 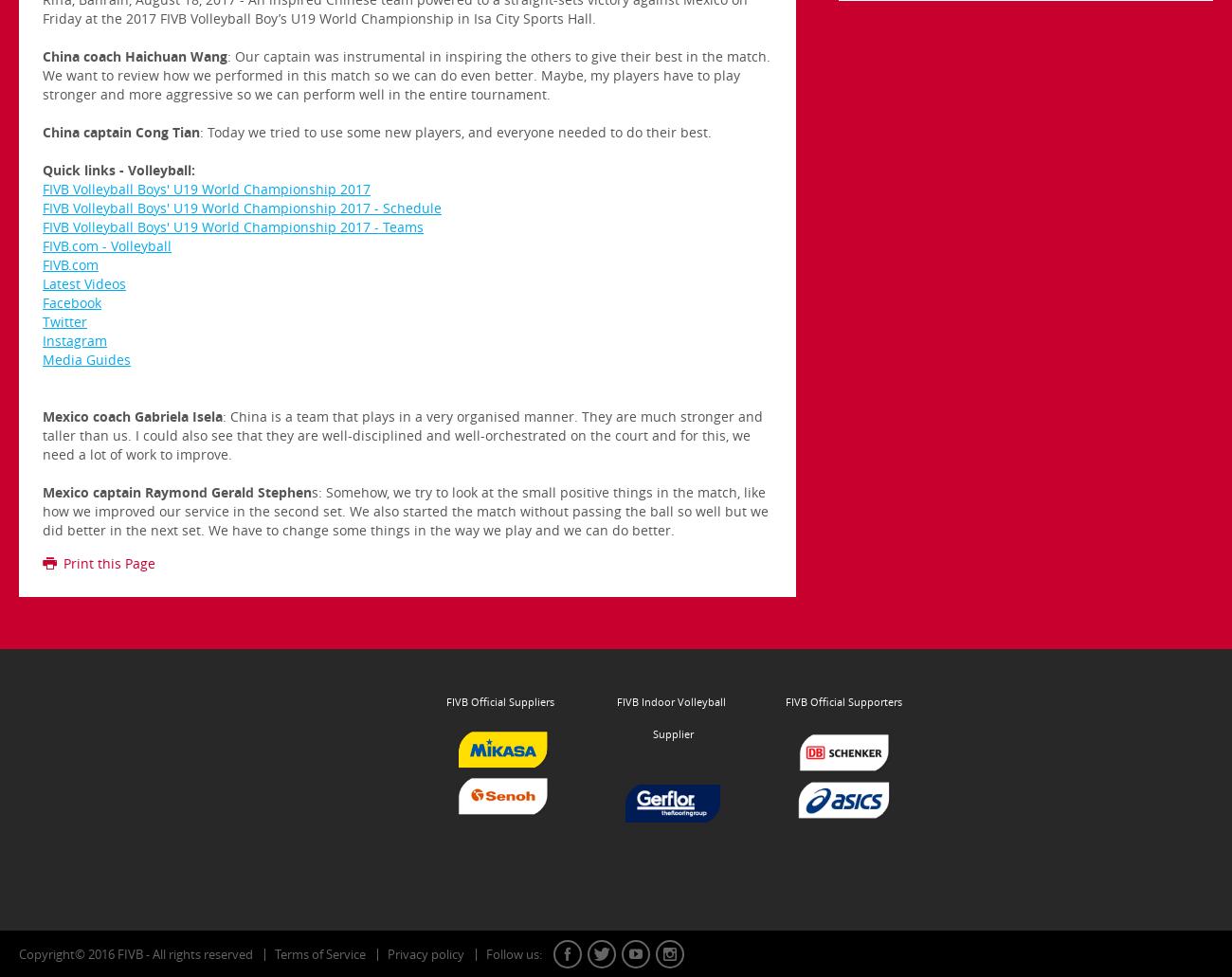 What do you see at coordinates (41, 169) in the screenshot?
I see `'Quick links - Volleyball:'` at bounding box center [41, 169].